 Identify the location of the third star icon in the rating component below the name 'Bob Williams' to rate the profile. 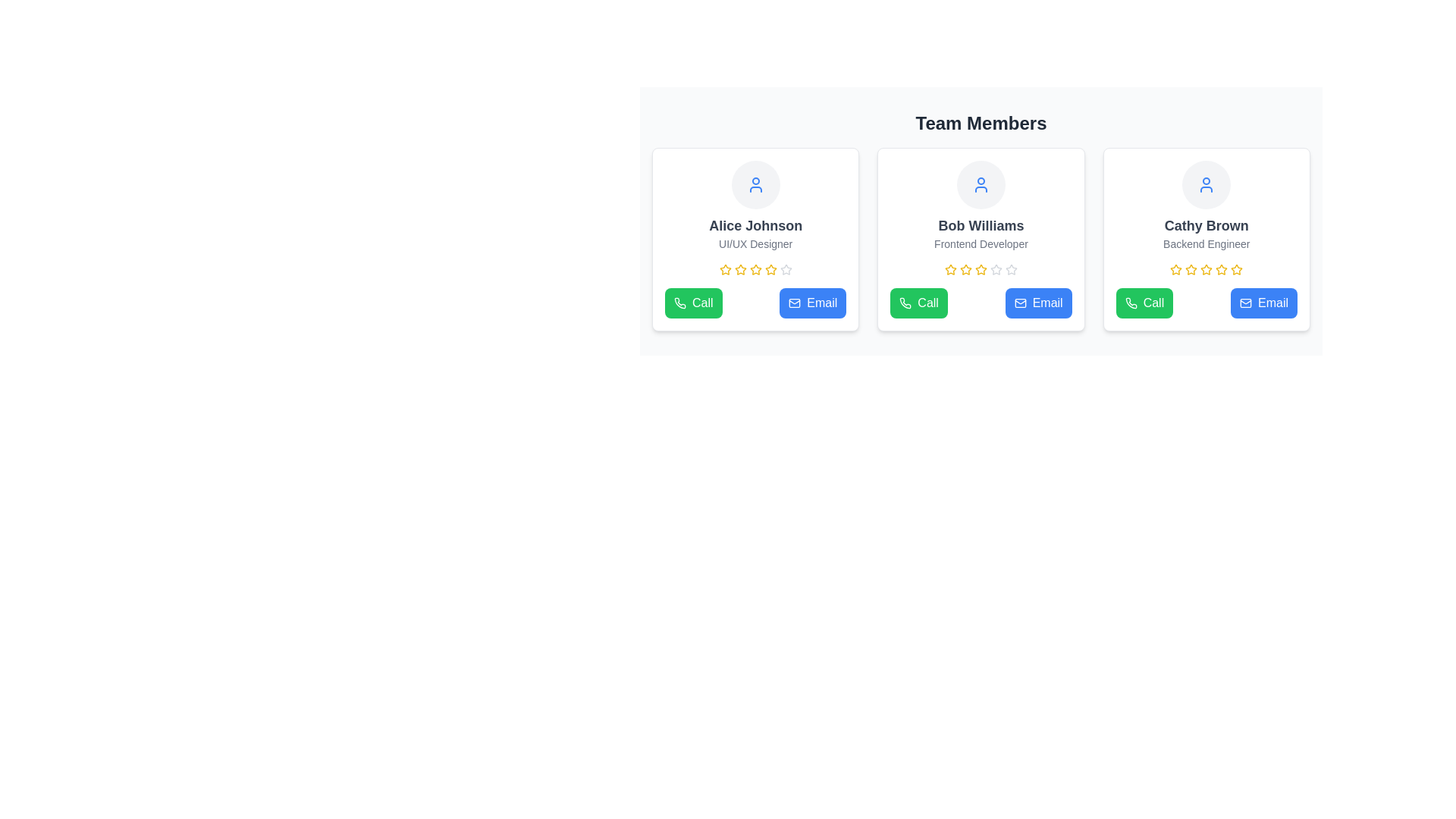
(996, 268).